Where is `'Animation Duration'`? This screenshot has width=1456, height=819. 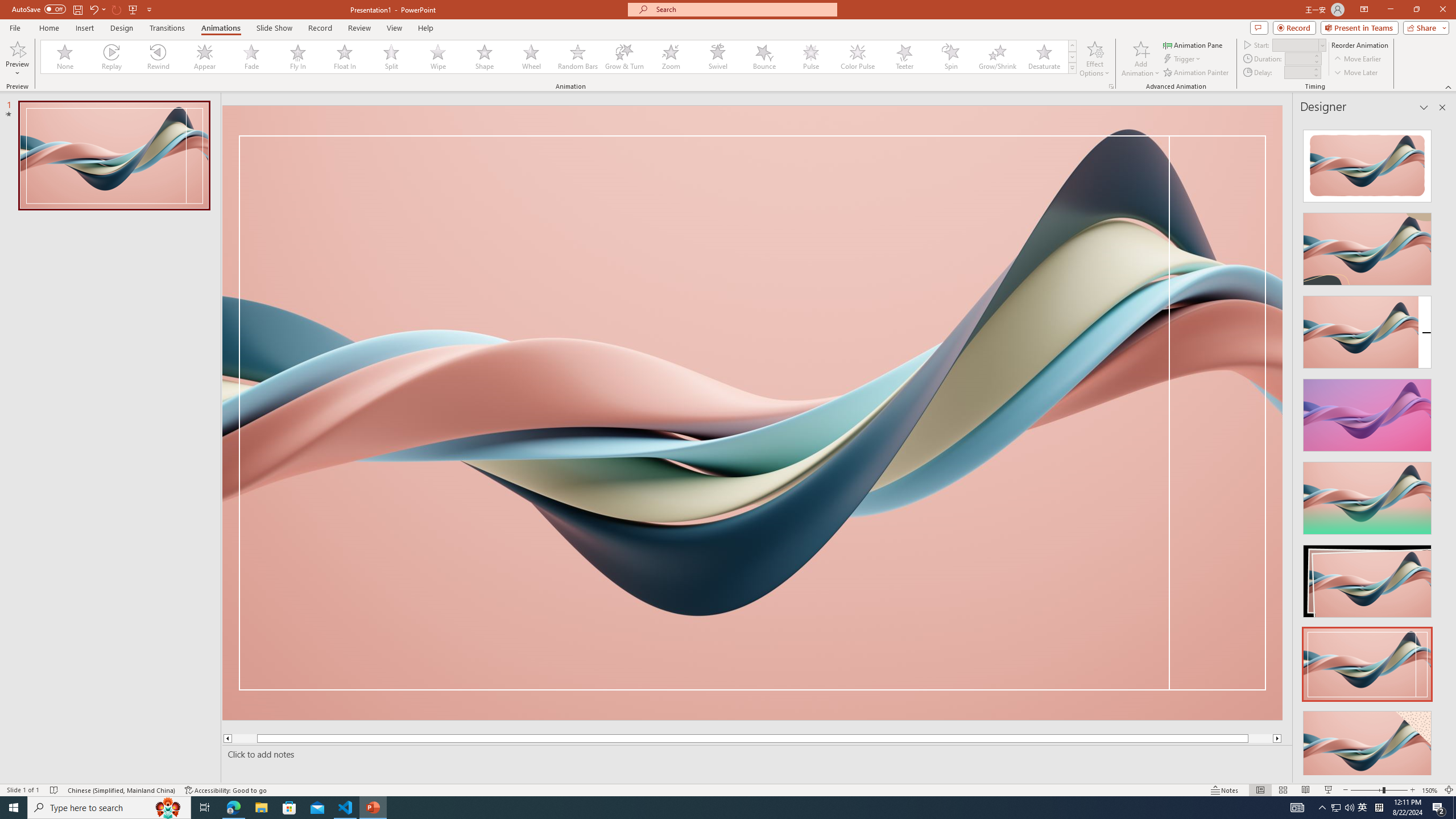
'Animation Duration' is located at coordinates (1298, 58).